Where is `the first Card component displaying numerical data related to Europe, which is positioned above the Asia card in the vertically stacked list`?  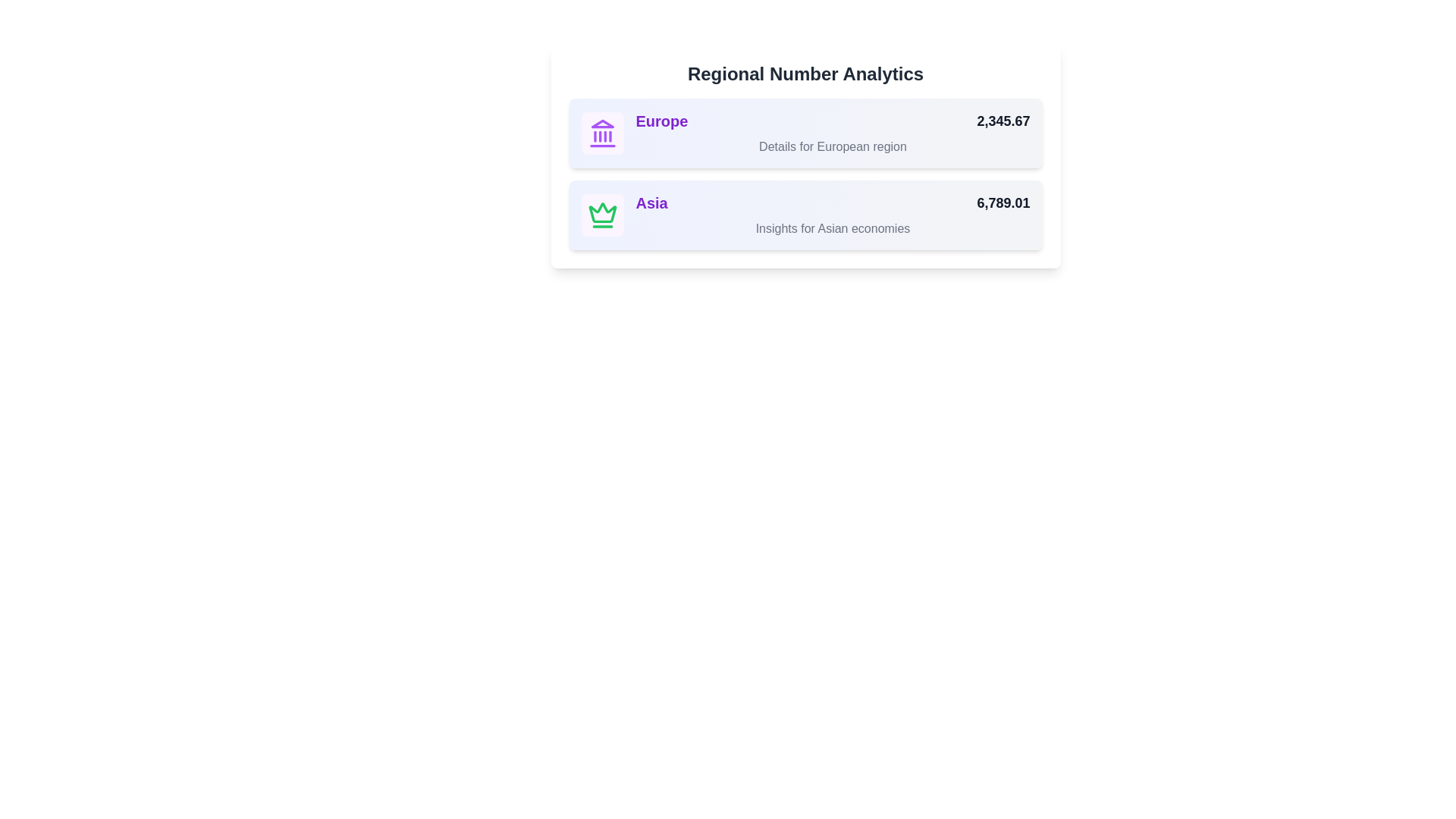 the first Card component displaying numerical data related to Europe, which is positioned above the Asia card in the vertically stacked list is located at coordinates (805, 155).